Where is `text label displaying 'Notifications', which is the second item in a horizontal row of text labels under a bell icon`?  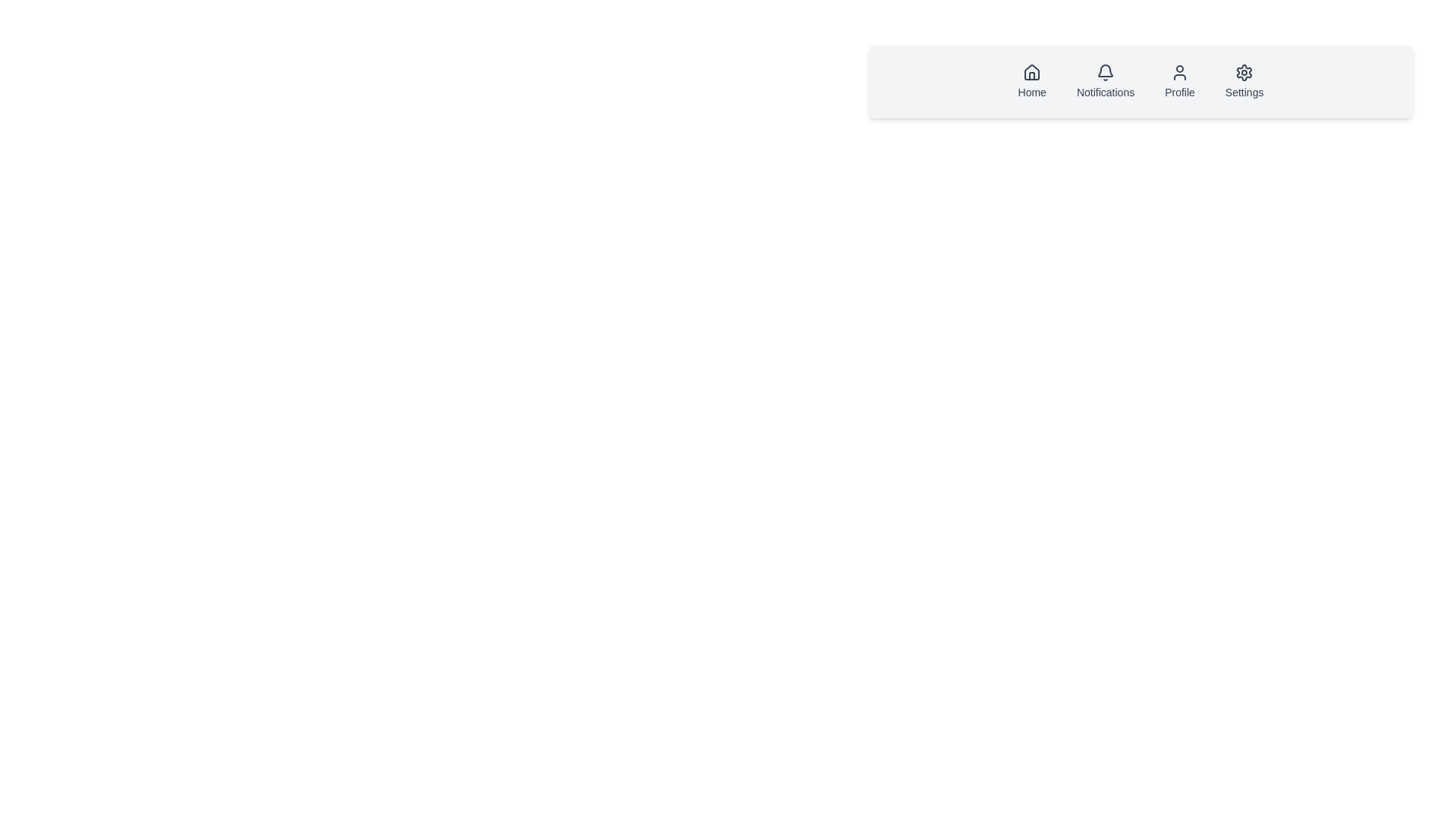 text label displaying 'Notifications', which is the second item in a horizontal row of text labels under a bell icon is located at coordinates (1106, 93).